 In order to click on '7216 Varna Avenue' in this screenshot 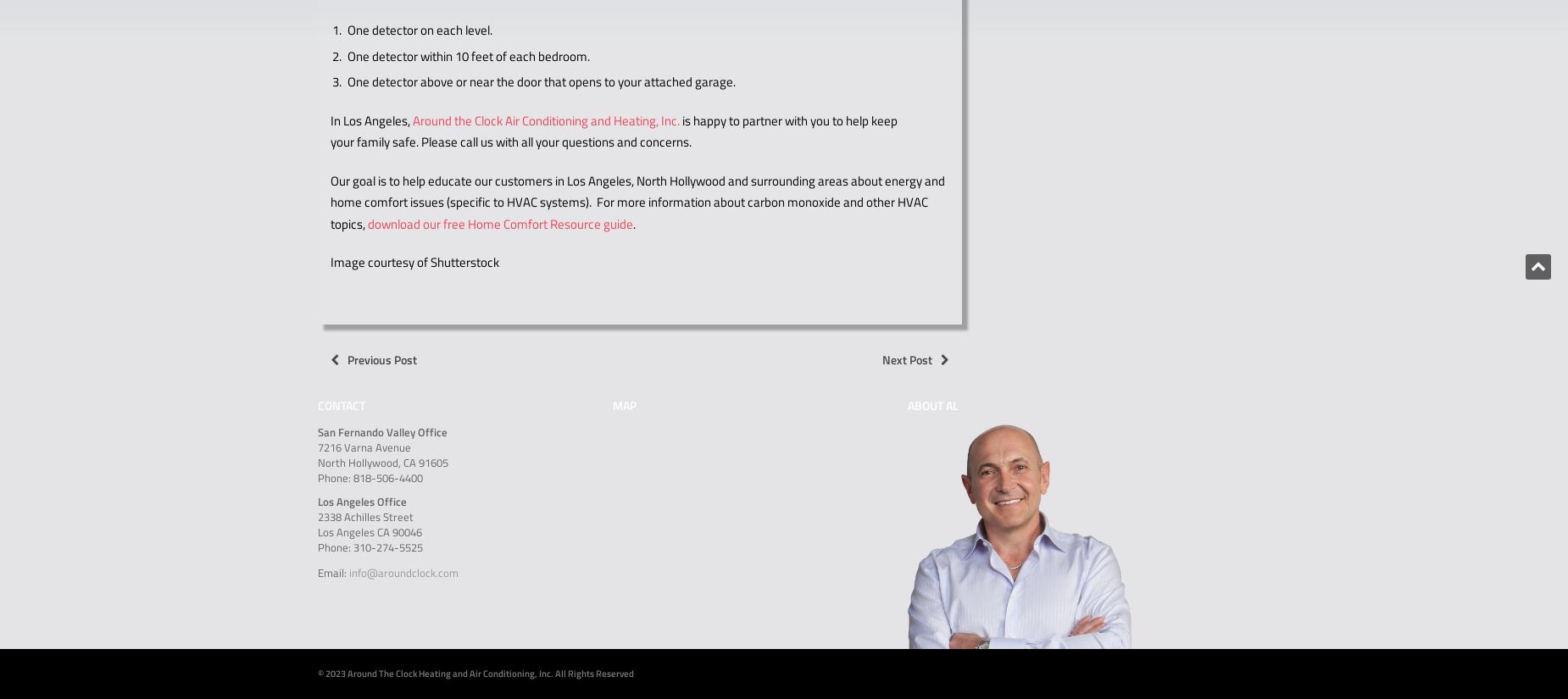, I will do `click(363, 446)`.